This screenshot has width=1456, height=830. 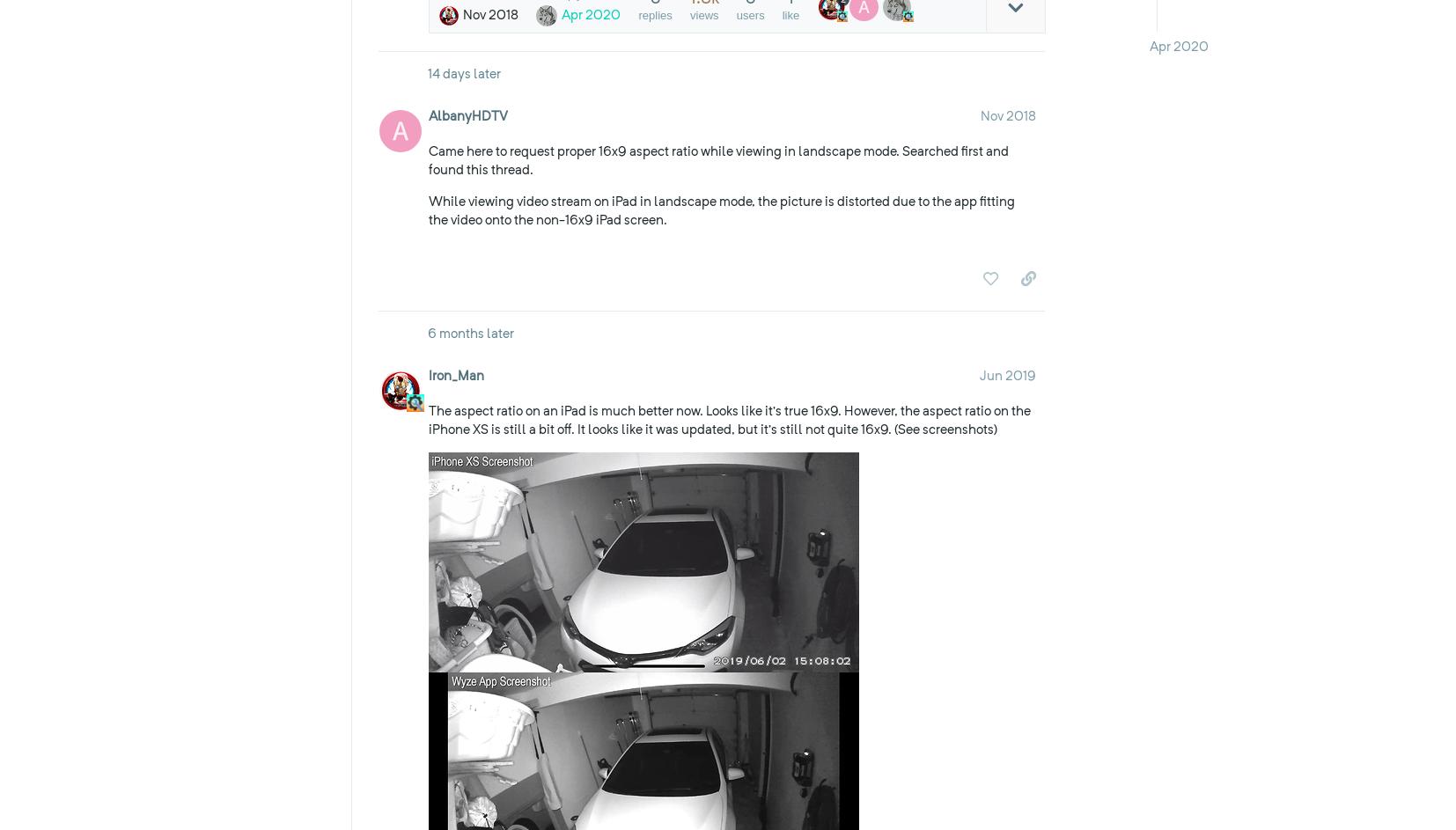 What do you see at coordinates (610, 134) in the screenshot?
I see `'Respect our forum. Don’t post spam or otherwise vandalize the forum.'` at bounding box center [610, 134].